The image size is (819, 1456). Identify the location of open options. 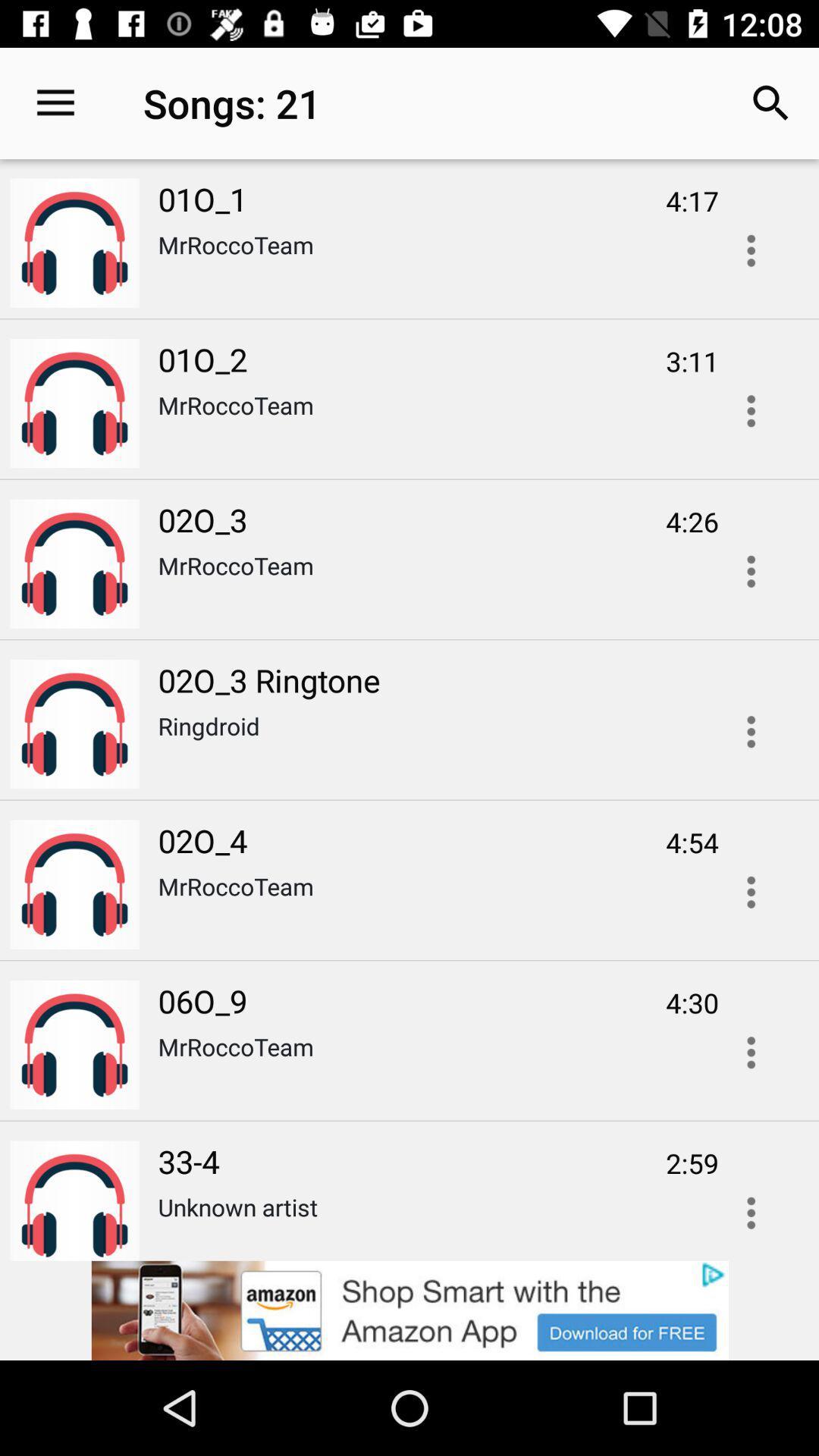
(751, 570).